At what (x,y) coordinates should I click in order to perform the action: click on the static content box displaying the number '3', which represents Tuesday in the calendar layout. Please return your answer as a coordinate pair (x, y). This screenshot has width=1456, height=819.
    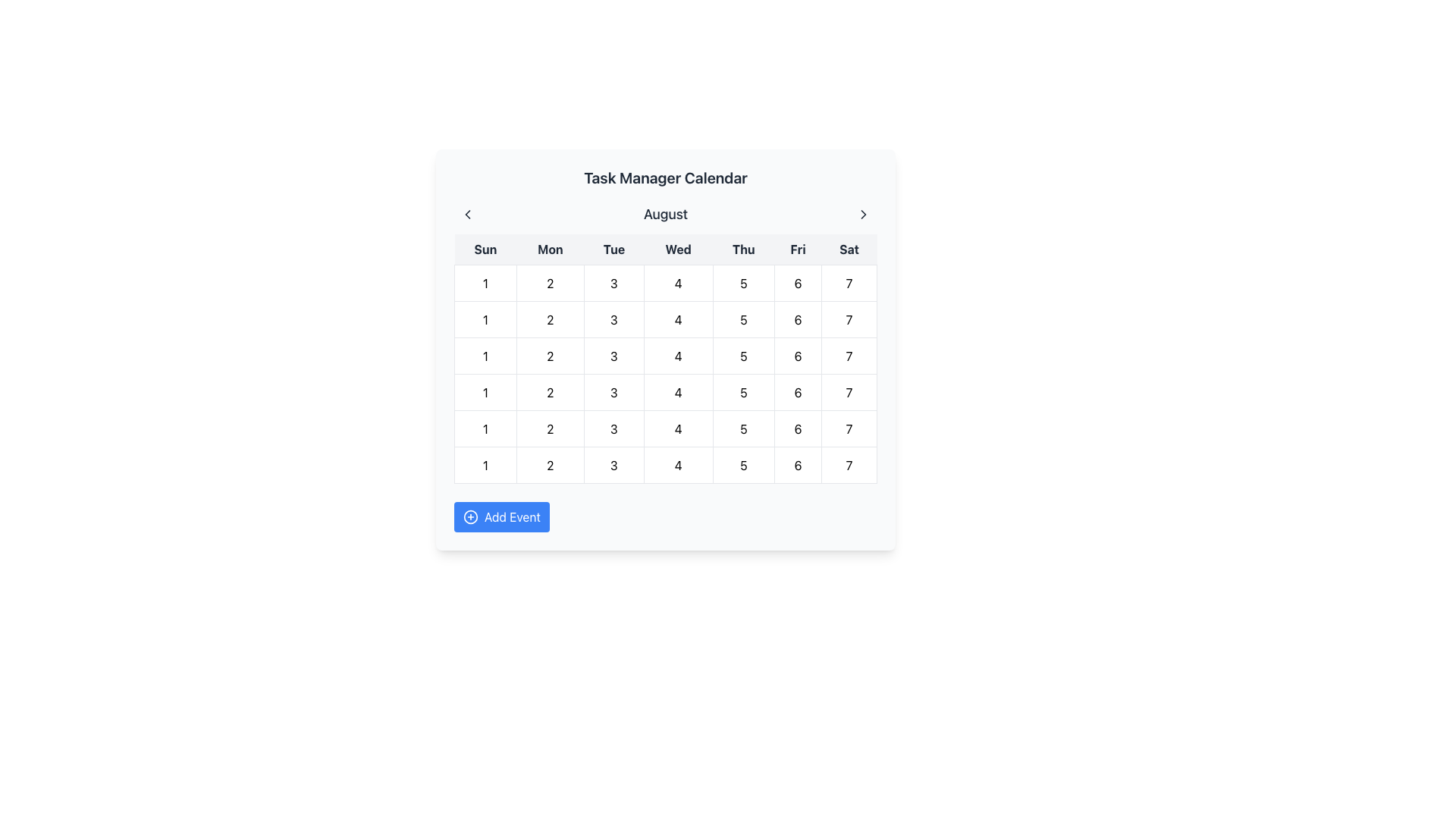
    Looking at the image, I should click on (613, 356).